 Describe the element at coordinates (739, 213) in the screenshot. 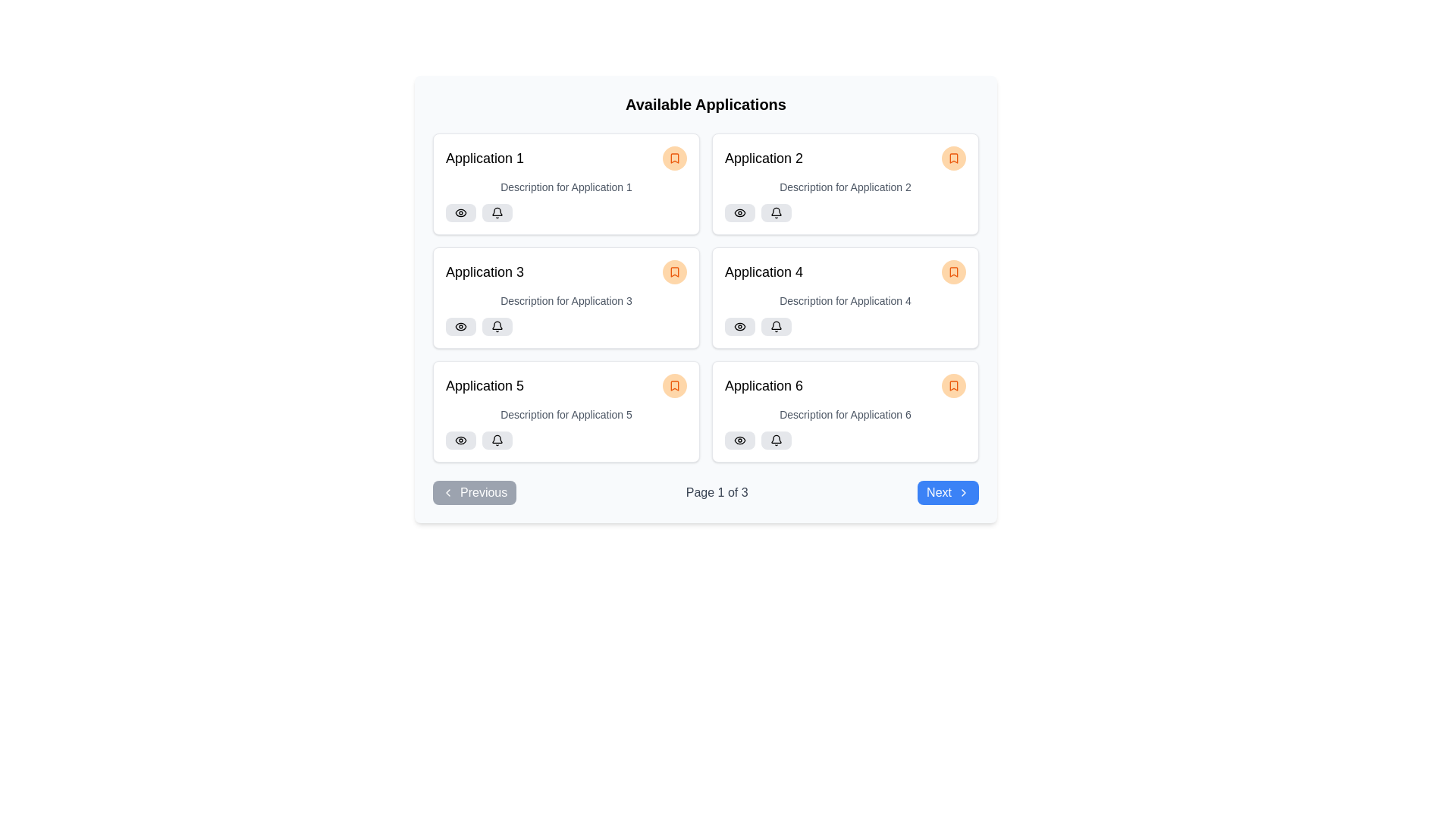

I see `the eye icon representing visibility settings for 'Application 2' located in the second row, first column of the grid layout` at that location.